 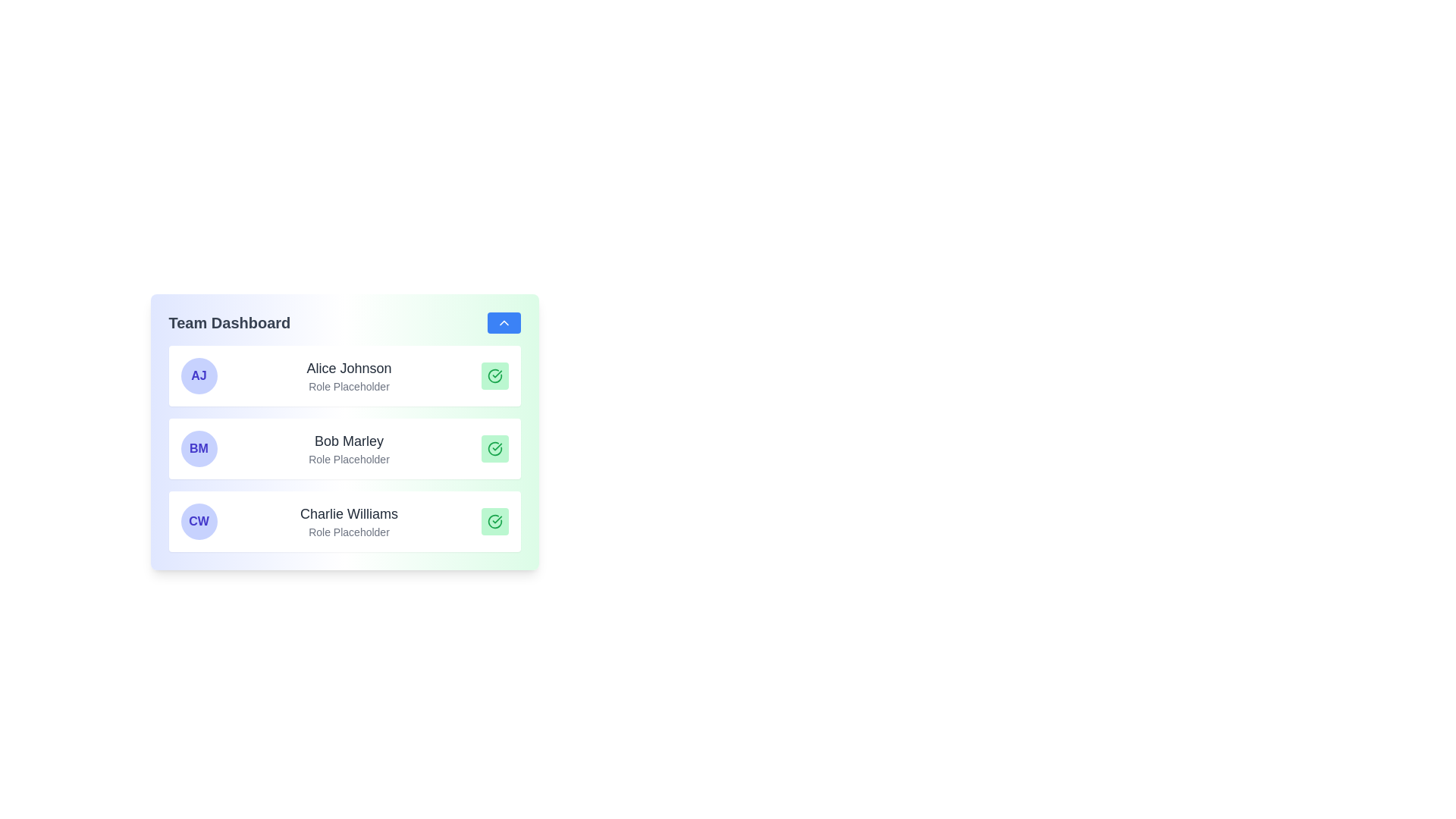 What do you see at coordinates (494, 520) in the screenshot?
I see `the completed status icon located to the right of 'Charlie Williams Role Placeholder', which is the third entry in the vertical list` at bounding box center [494, 520].